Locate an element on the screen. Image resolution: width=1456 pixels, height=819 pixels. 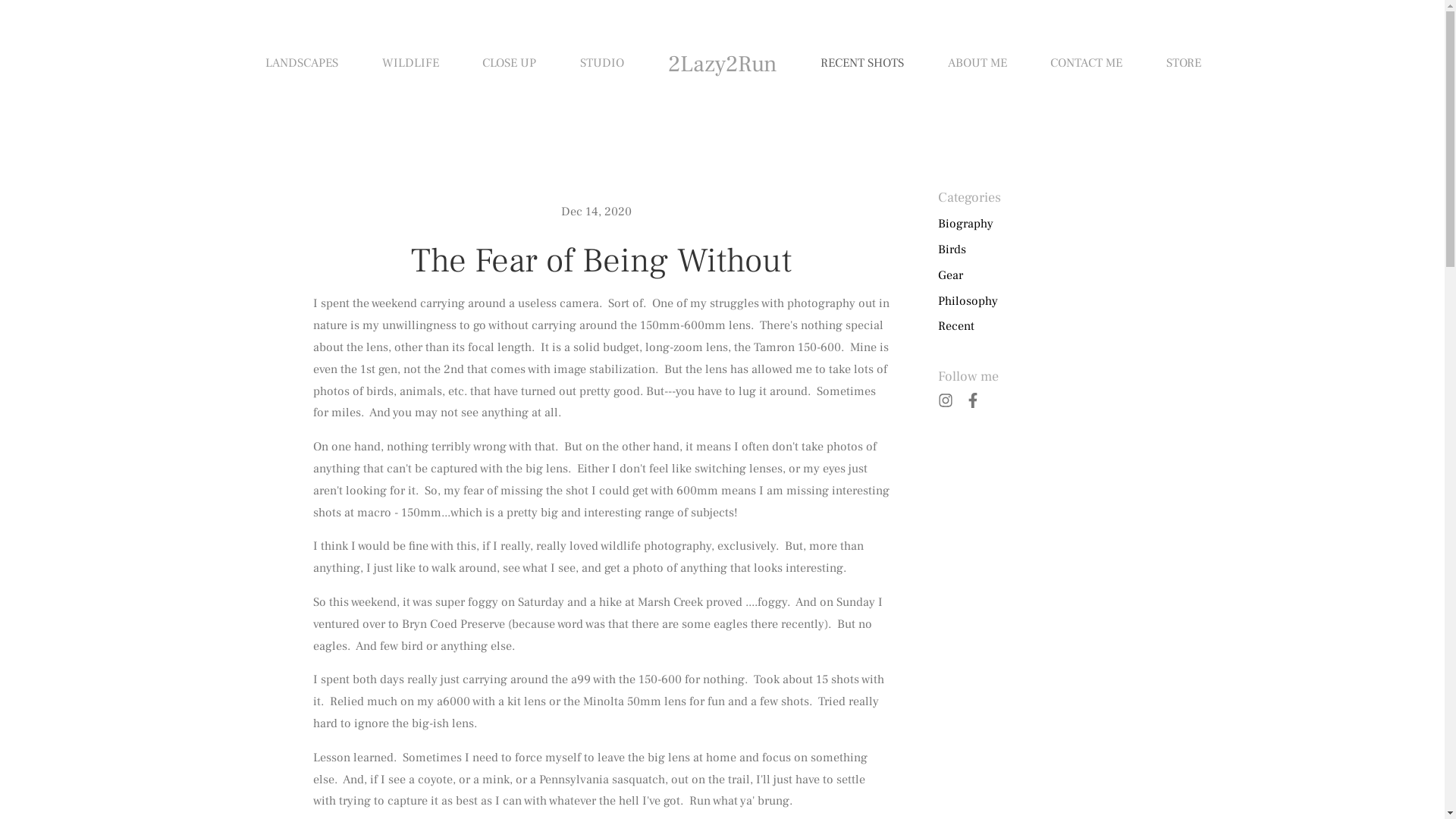
'CLOSE UP' is located at coordinates (509, 63).